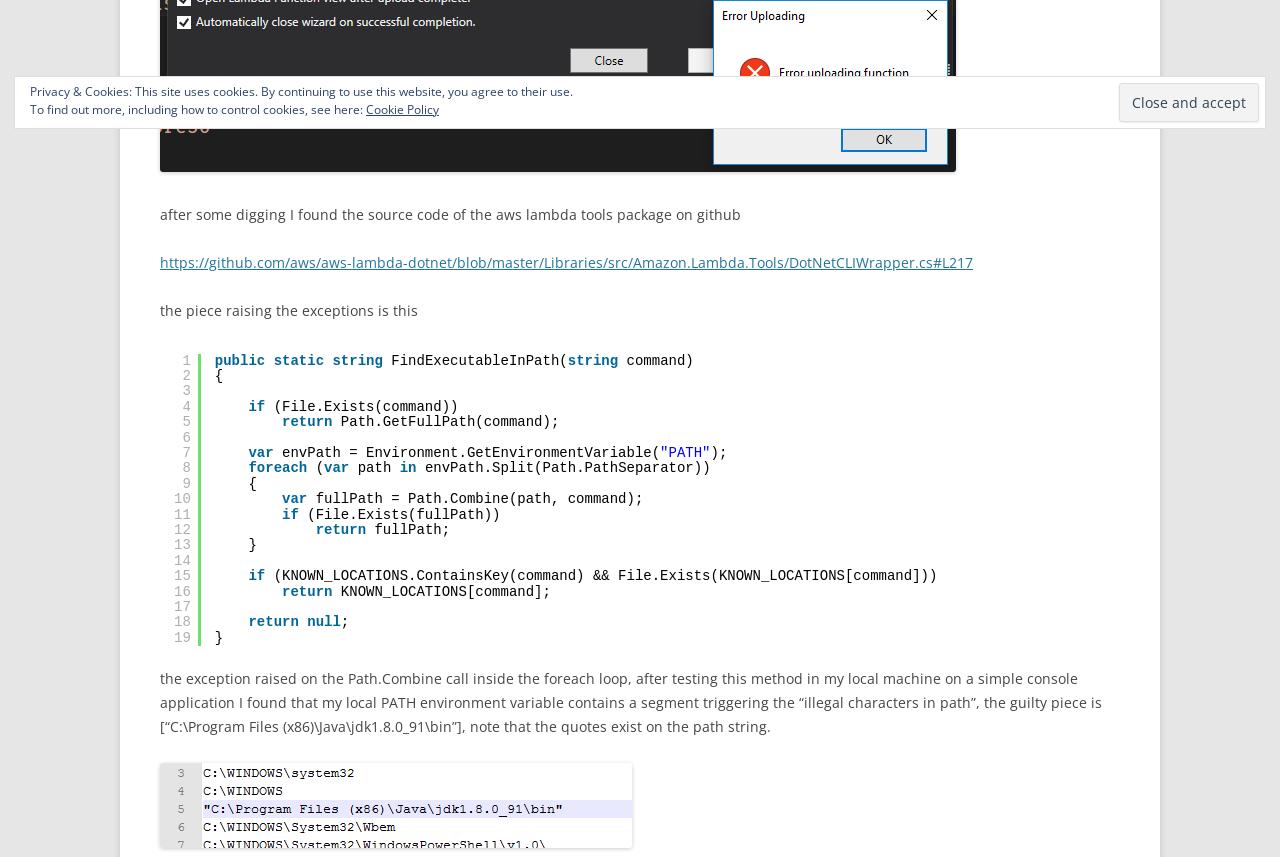 This screenshot has width=1280, height=857. Describe the element at coordinates (272, 575) in the screenshot. I see `'(KNOWN_LOCATIONS.ContainsKey(command) && File.Exists(KNOWN_LOCATIONS[command]))'` at that location.